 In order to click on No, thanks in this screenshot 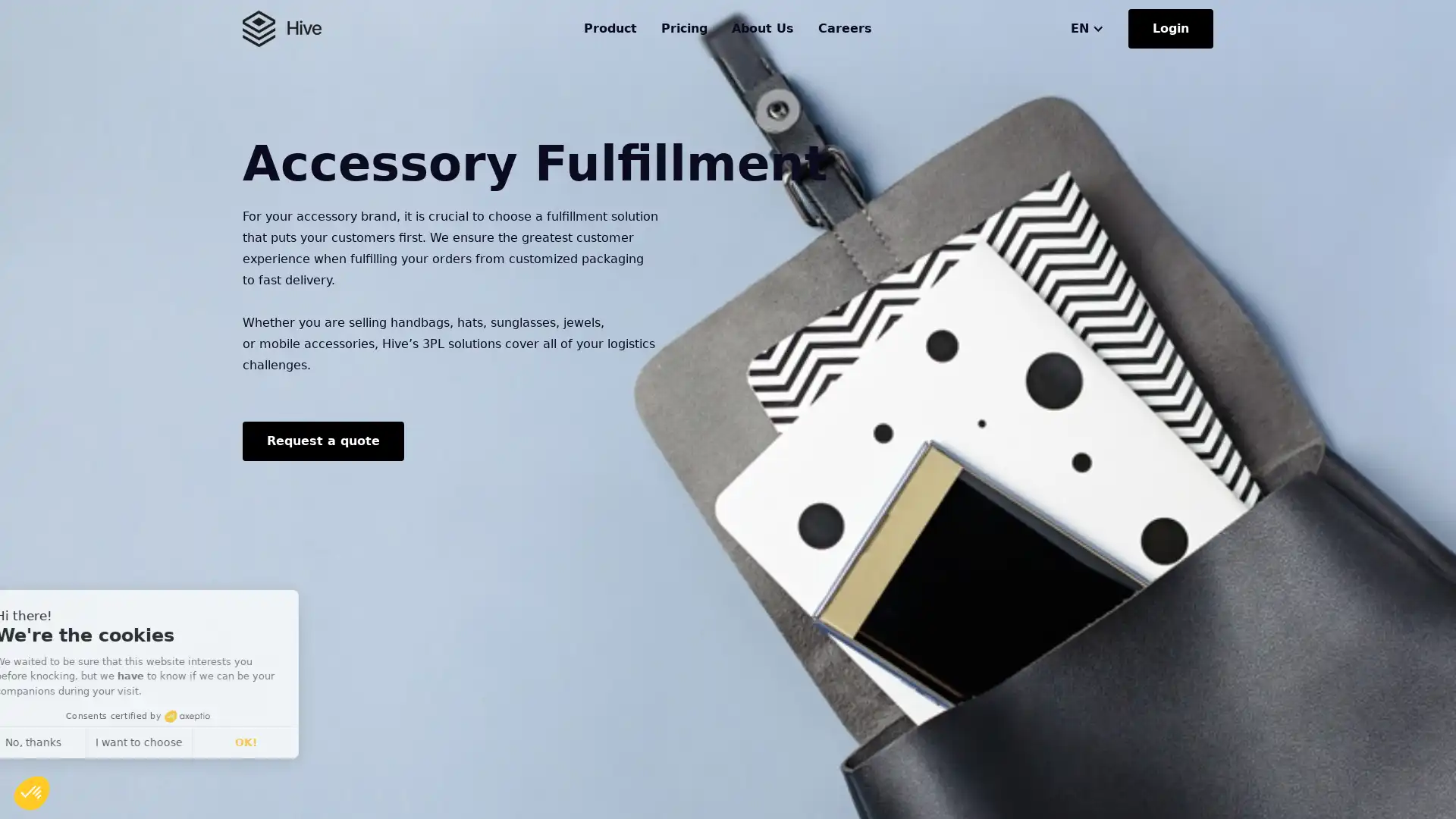, I will do `click(67, 742)`.